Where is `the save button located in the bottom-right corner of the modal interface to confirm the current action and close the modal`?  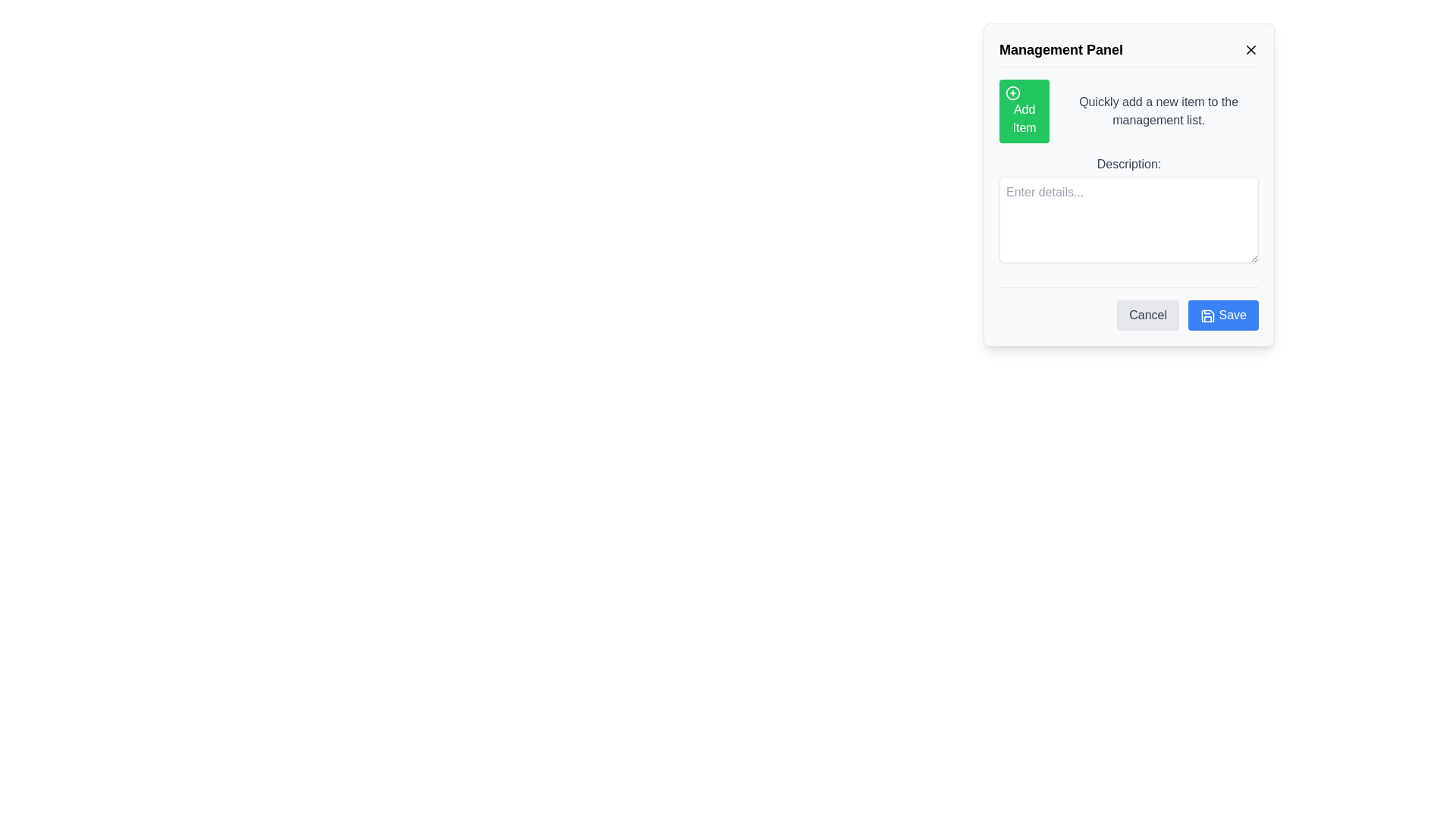 the save button located in the bottom-right corner of the modal interface to confirm the current action and close the modal is located at coordinates (1223, 315).